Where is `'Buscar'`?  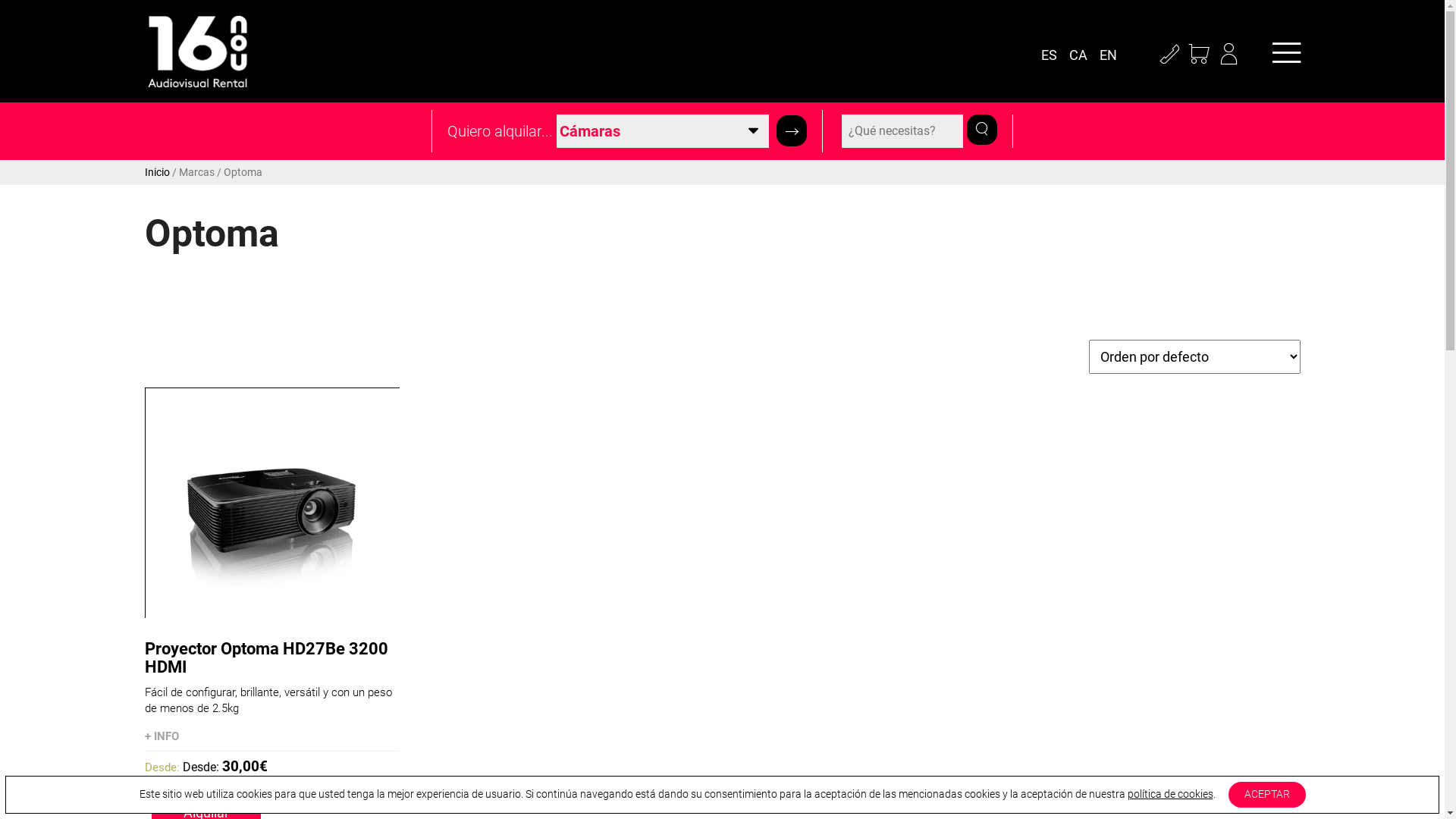
'Buscar' is located at coordinates (790, 130).